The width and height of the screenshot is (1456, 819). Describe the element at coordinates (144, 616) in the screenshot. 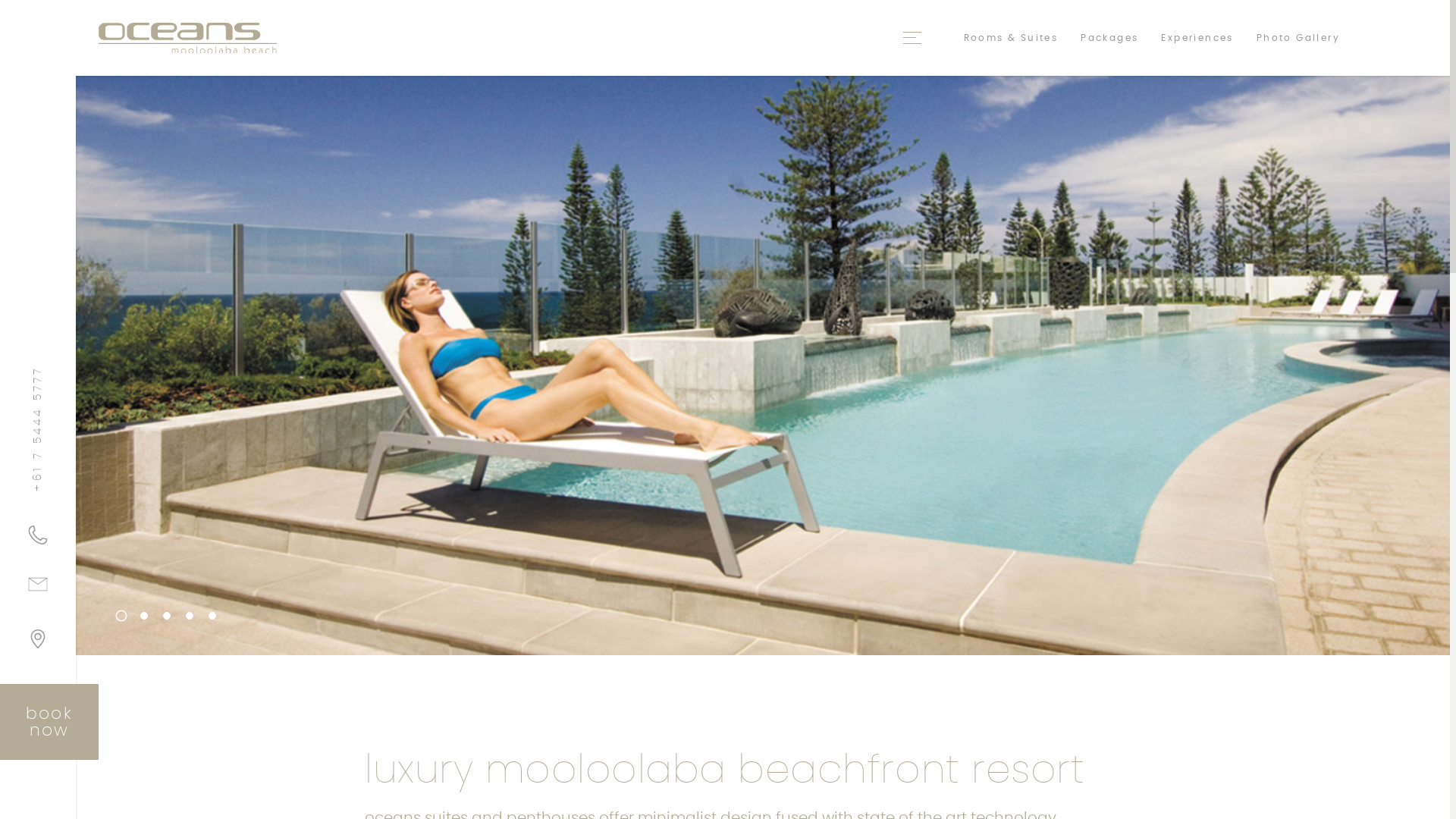

I see `'2'` at that location.